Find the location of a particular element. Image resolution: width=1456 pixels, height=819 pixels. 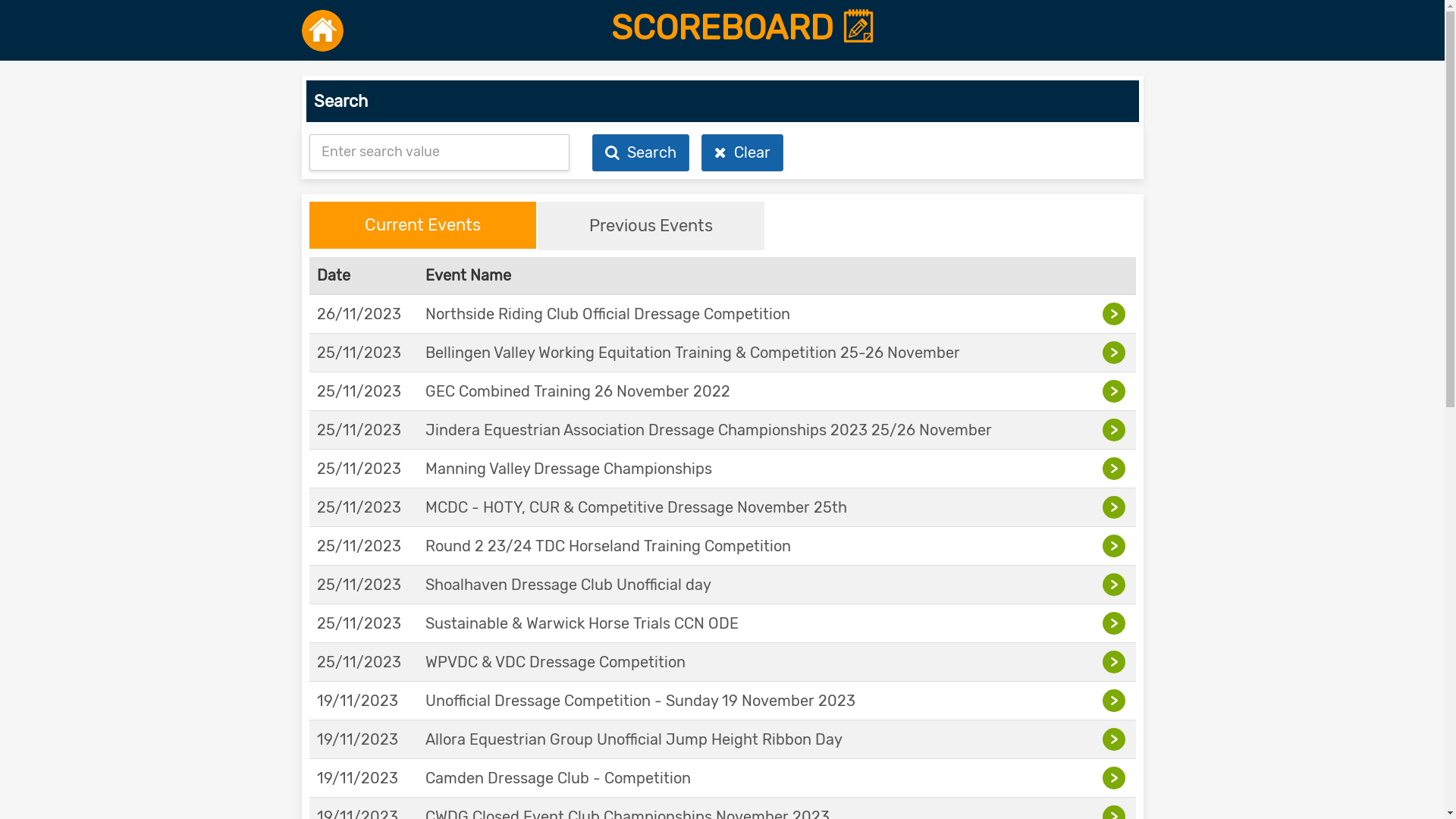

'Shoalhaven Dressage Club Unofficial day' is located at coordinates (567, 584).